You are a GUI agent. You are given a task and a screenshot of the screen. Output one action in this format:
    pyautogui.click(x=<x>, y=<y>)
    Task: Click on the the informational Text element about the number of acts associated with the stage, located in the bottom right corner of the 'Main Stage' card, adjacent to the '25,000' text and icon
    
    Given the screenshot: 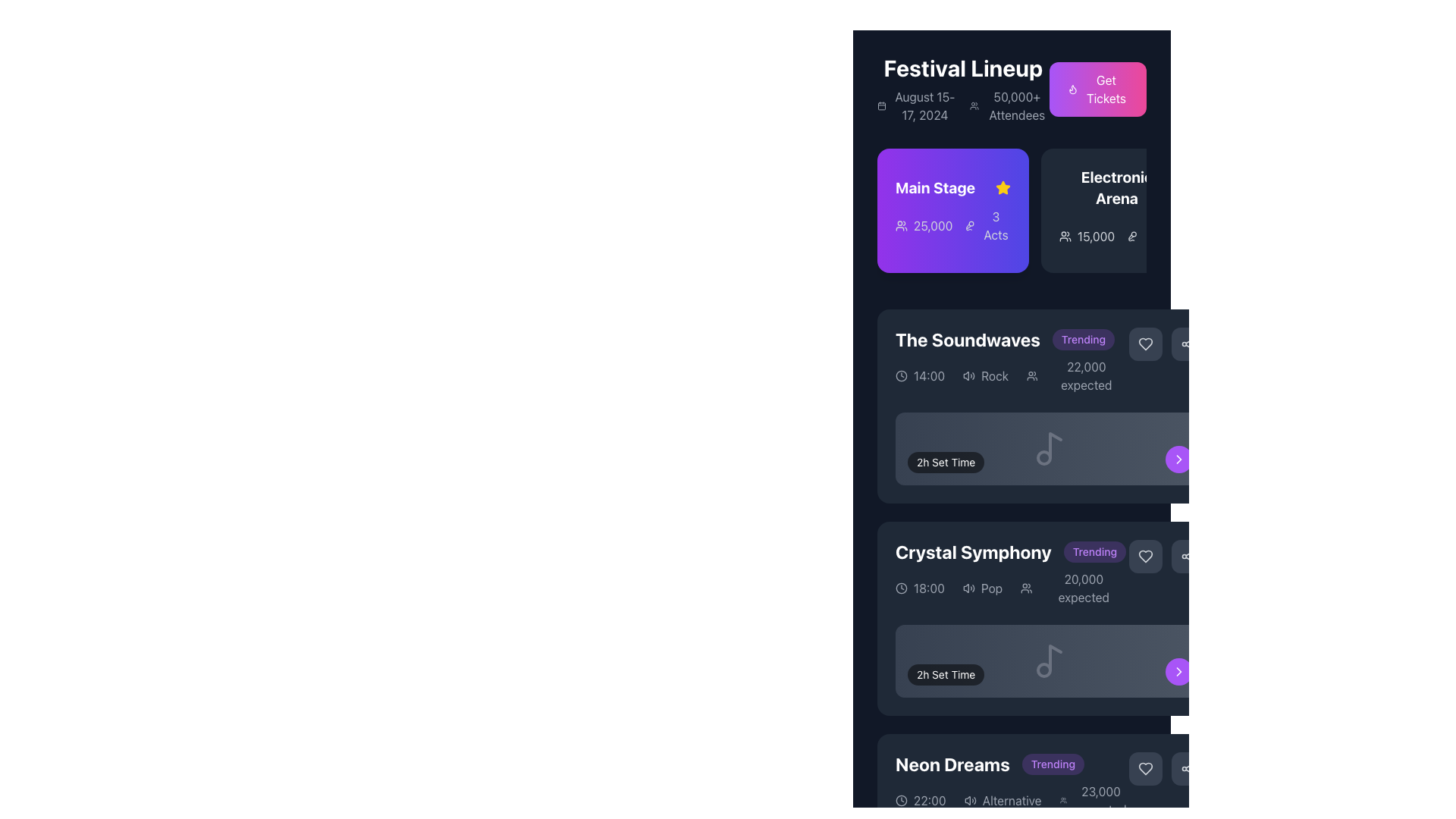 What is the action you would take?
    pyautogui.click(x=987, y=225)
    